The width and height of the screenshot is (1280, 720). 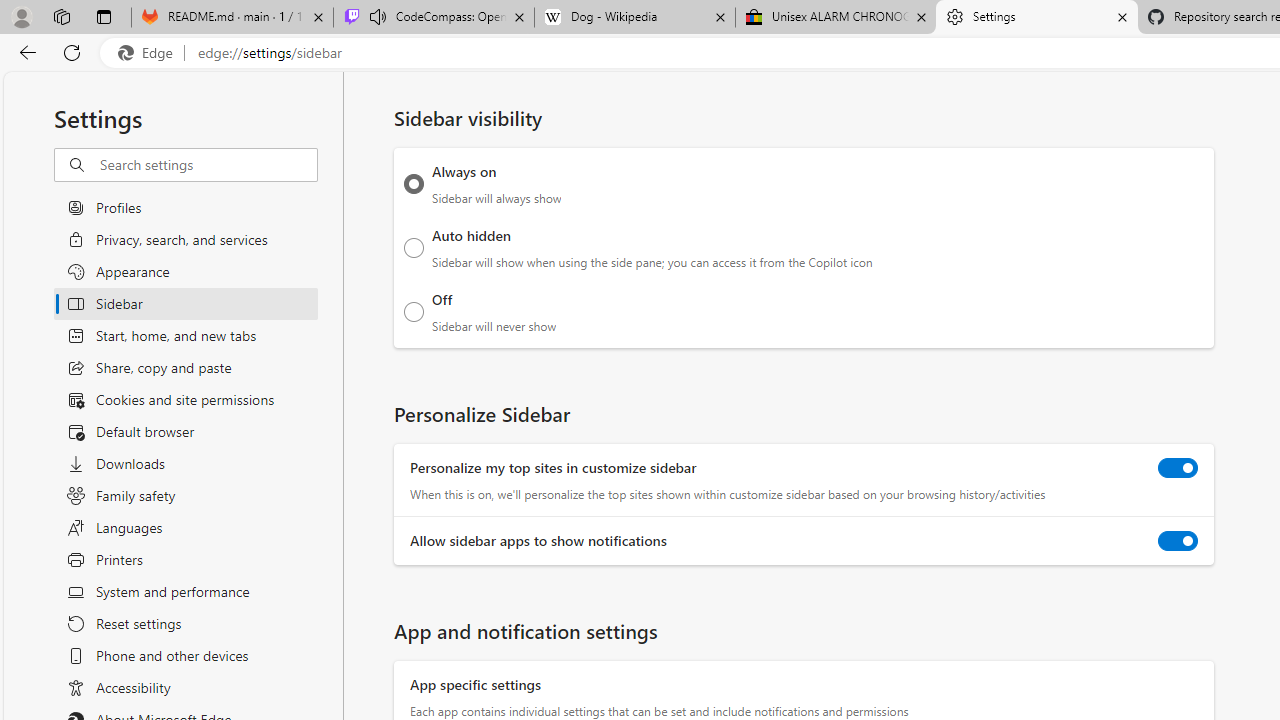 What do you see at coordinates (378, 16) in the screenshot?
I see `'Mute tab'` at bounding box center [378, 16].